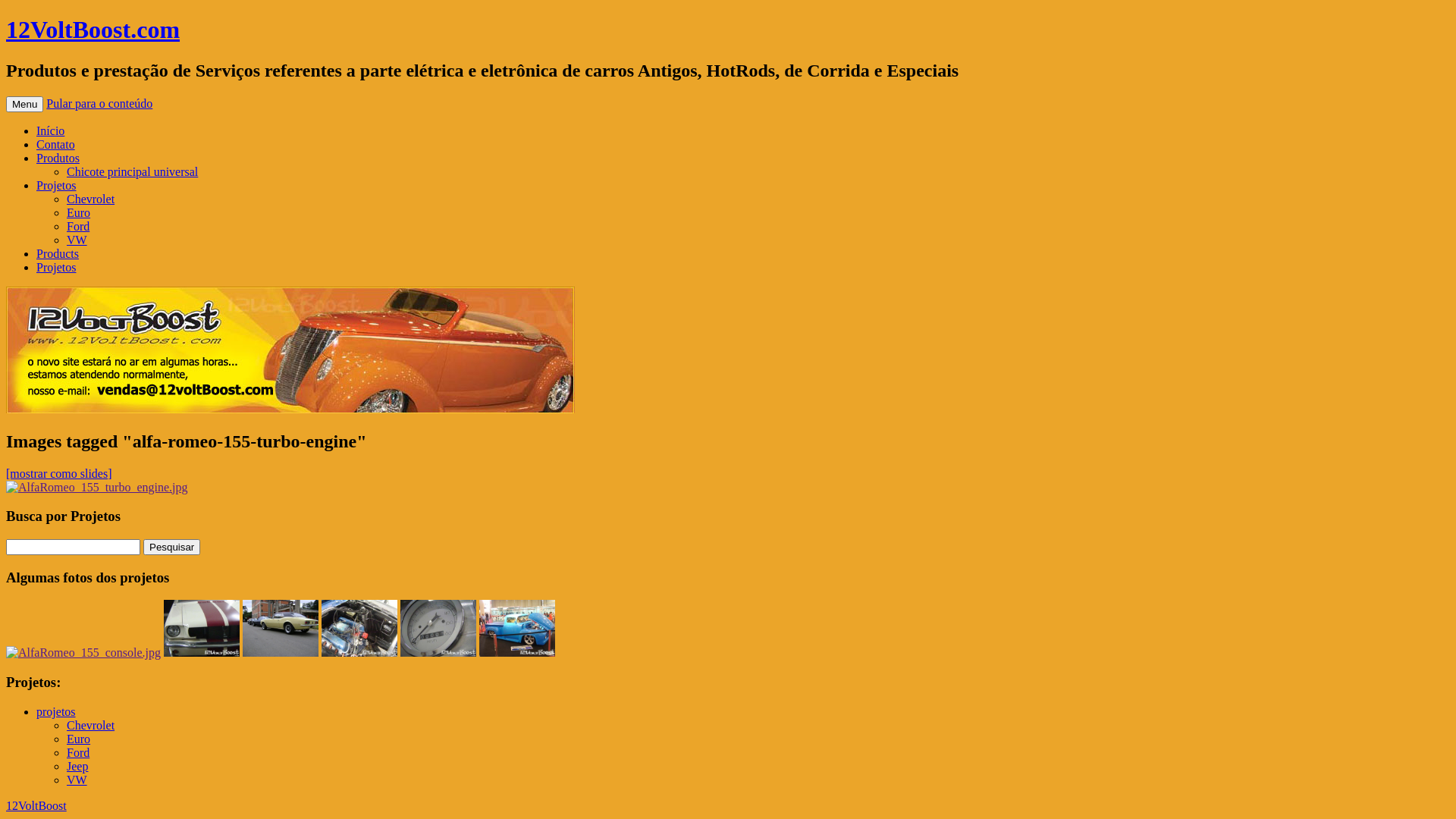 This screenshot has width=1456, height=819. What do you see at coordinates (36, 711) in the screenshot?
I see `'projetos'` at bounding box center [36, 711].